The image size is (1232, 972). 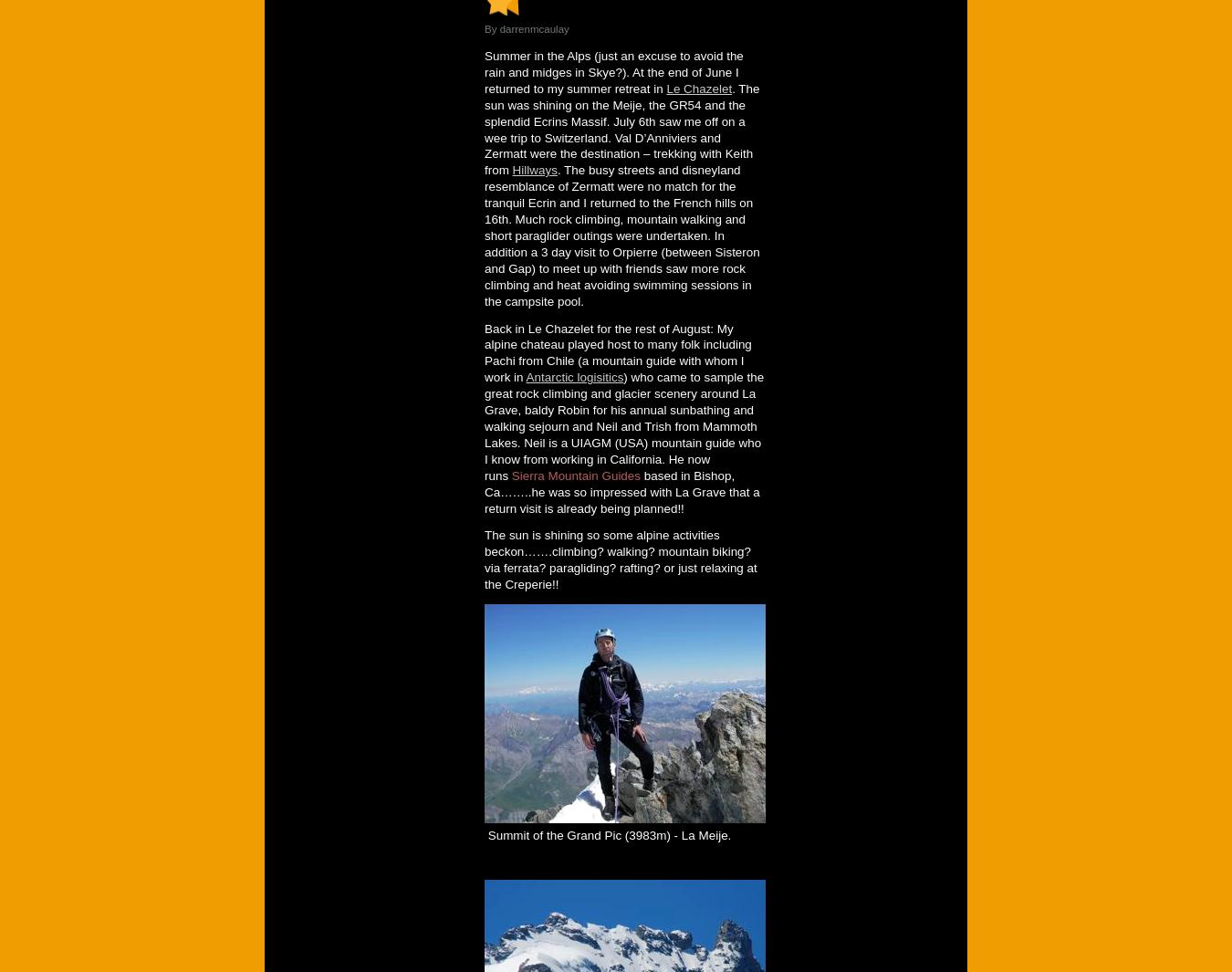 I want to click on 'Sierra Mountain Guides', so click(x=574, y=474).